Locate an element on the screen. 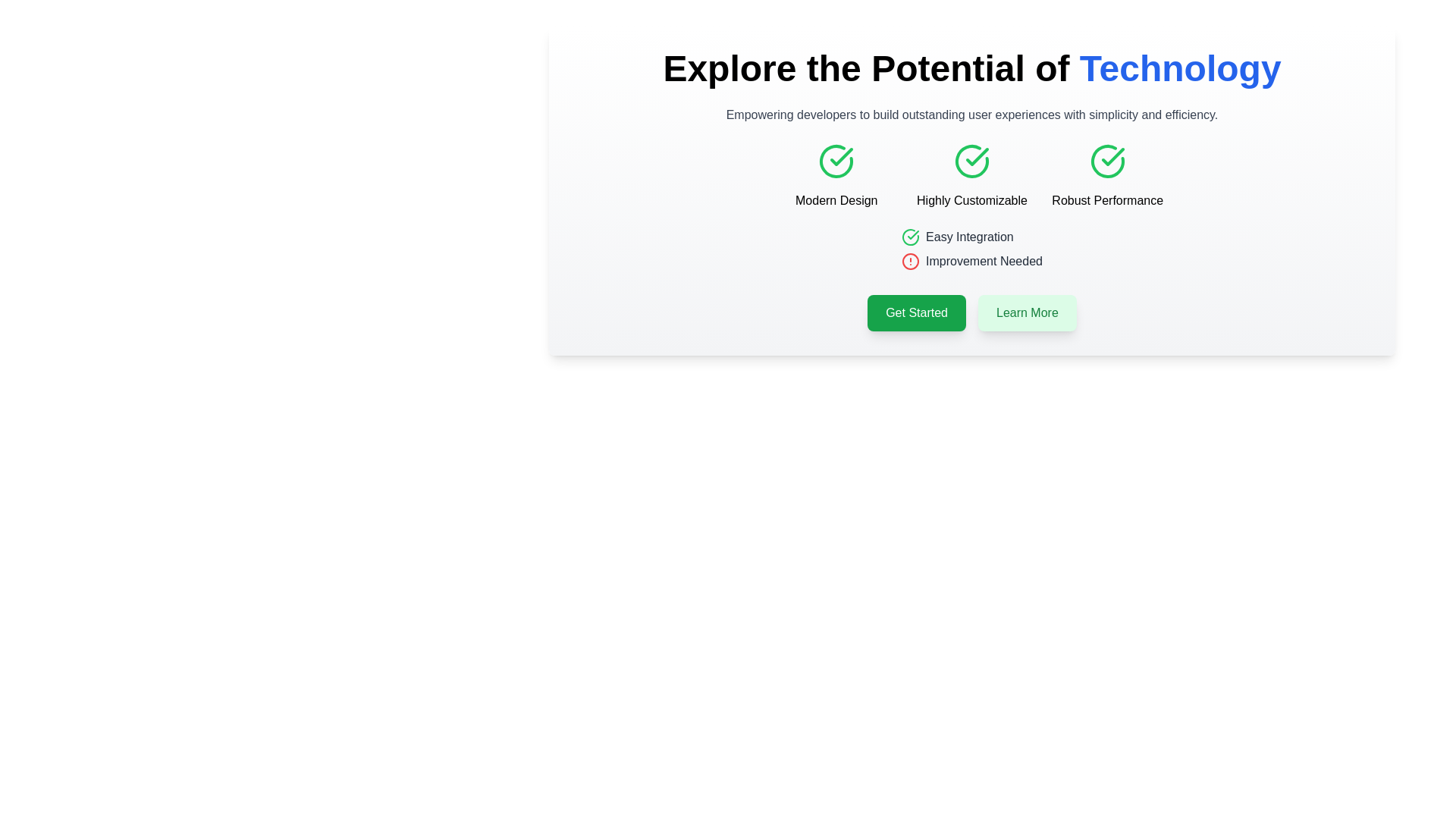  the 'Improvement Needed' label with icon is located at coordinates (971, 260).